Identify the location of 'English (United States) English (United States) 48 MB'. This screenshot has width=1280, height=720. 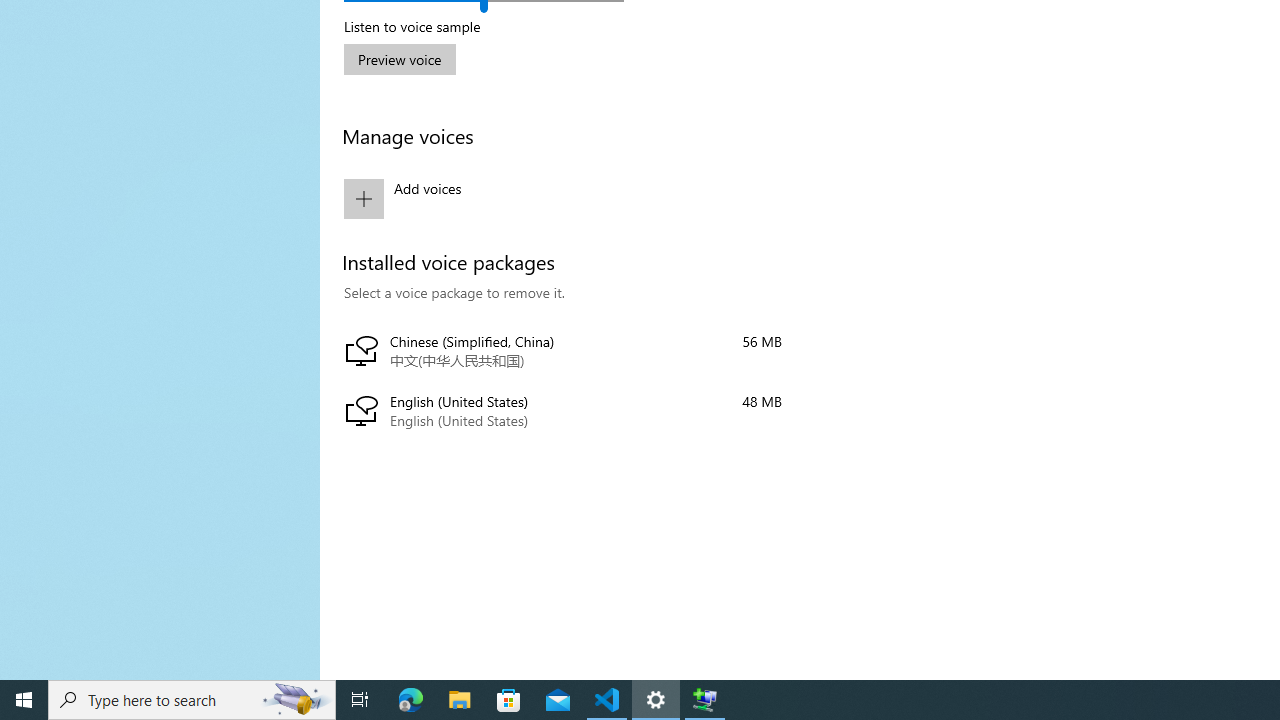
(562, 411).